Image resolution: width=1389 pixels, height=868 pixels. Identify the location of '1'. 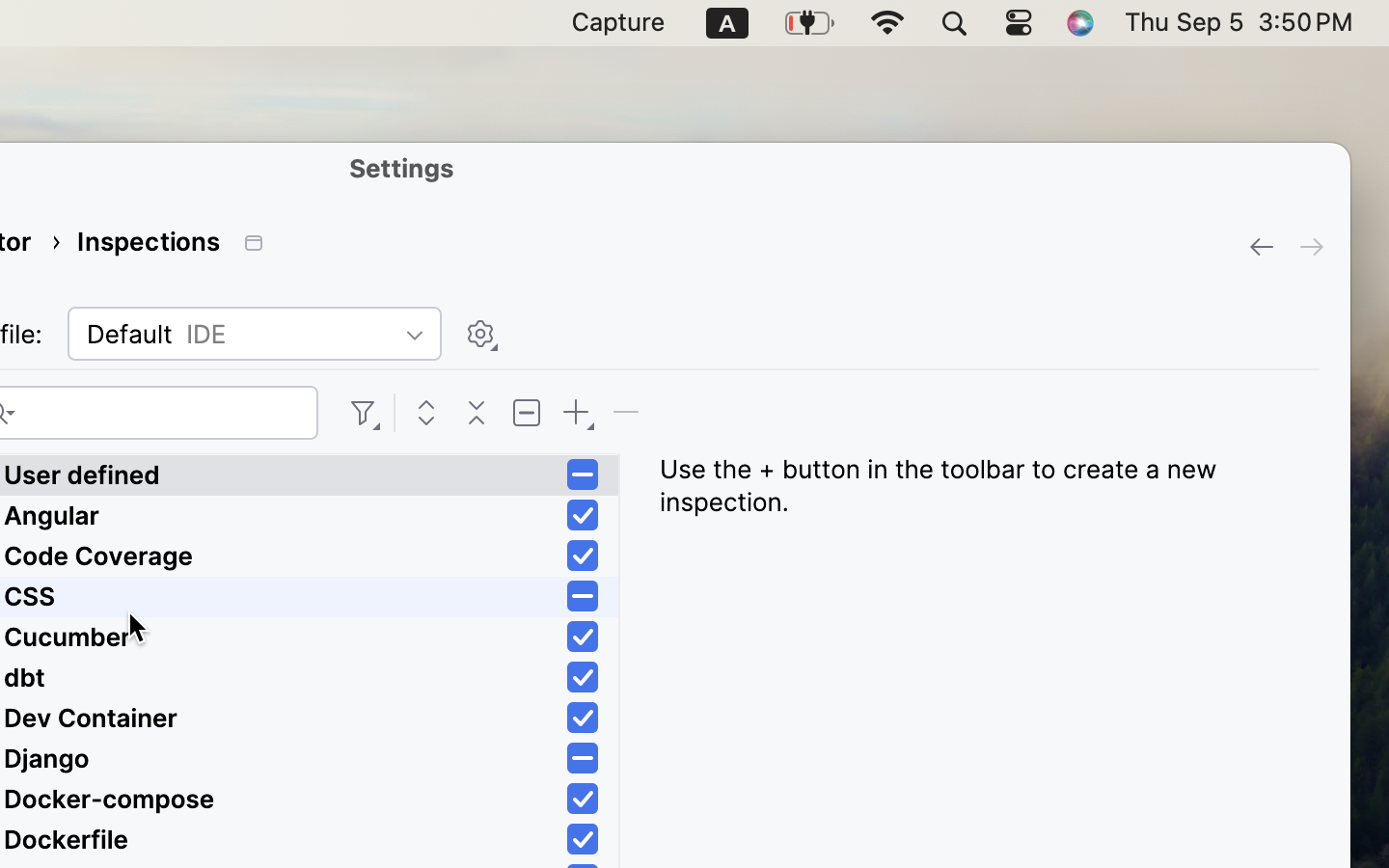
(581, 514).